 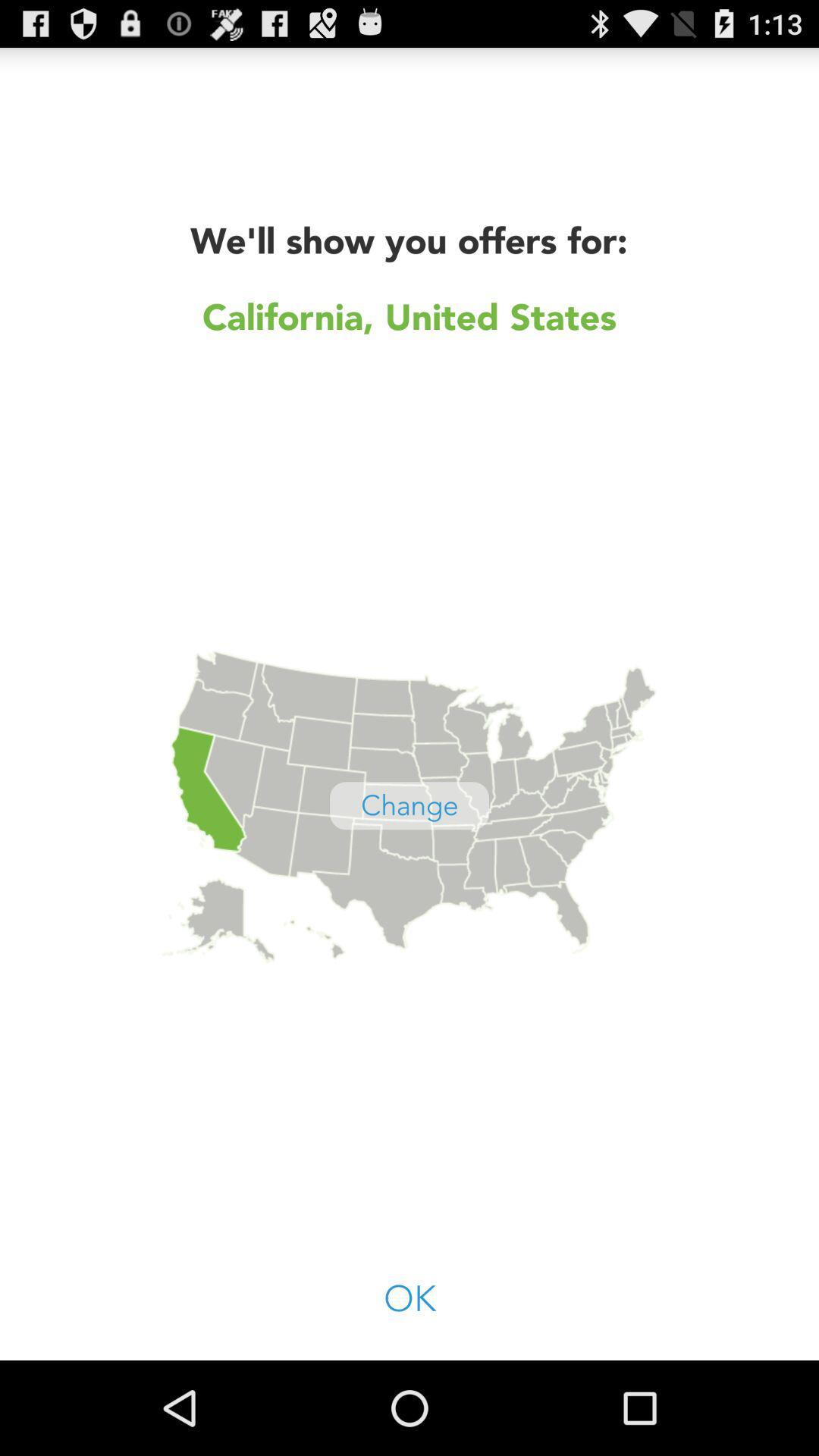 What do you see at coordinates (409, 1300) in the screenshot?
I see `ok item` at bounding box center [409, 1300].